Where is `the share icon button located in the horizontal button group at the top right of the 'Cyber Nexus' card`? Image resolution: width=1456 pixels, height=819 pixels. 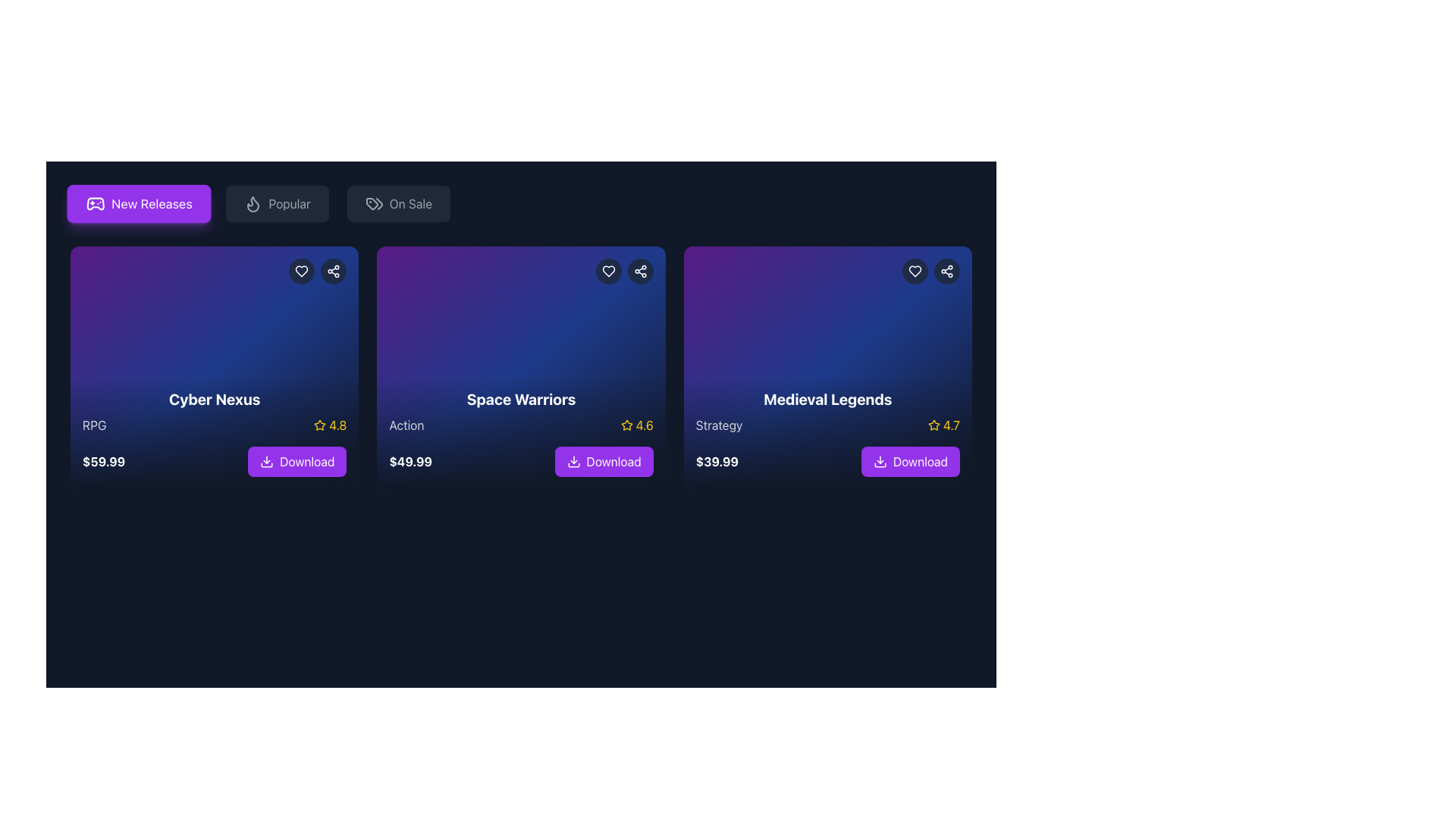 the share icon button located in the horizontal button group at the top right of the 'Cyber Nexus' card is located at coordinates (317, 271).